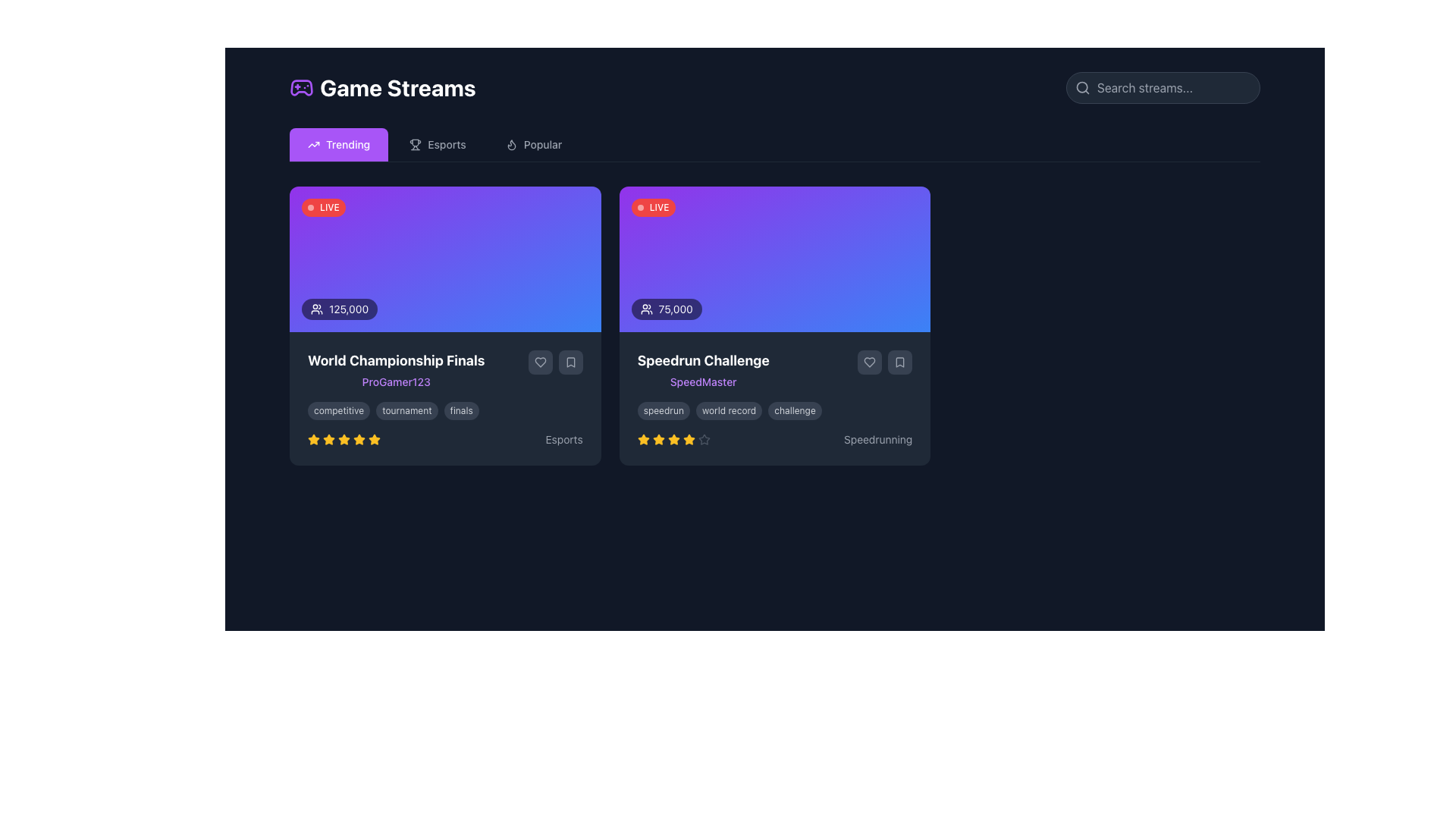 This screenshot has height=819, width=1456. What do you see at coordinates (416, 145) in the screenshot?
I see `the trophy icon representing competitions or achievements, located towards the center-left of the 'Esports' tab, preceding the textual label` at bounding box center [416, 145].